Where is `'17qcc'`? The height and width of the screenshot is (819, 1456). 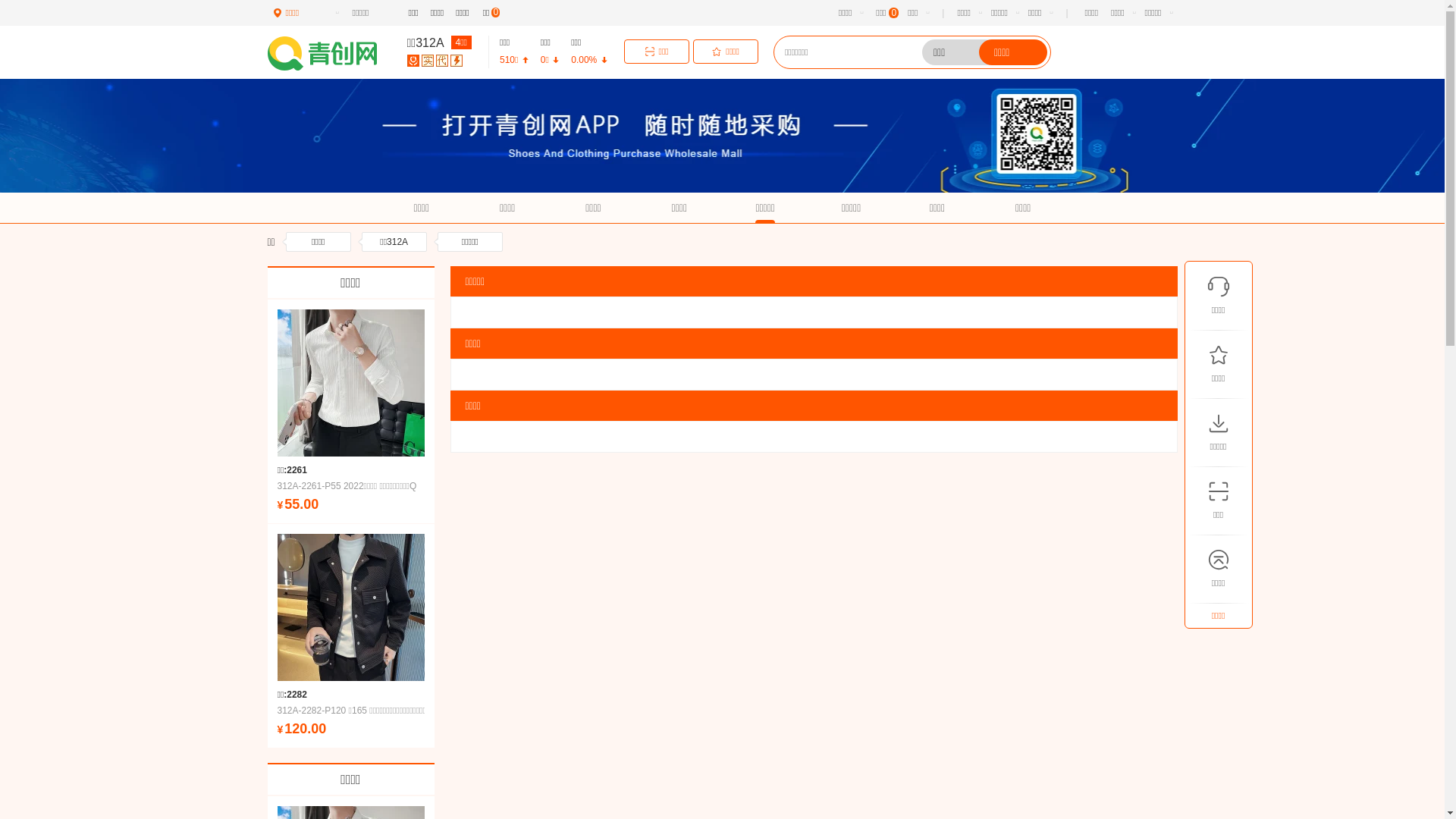
'17qcc' is located at coordinates (331, 52).